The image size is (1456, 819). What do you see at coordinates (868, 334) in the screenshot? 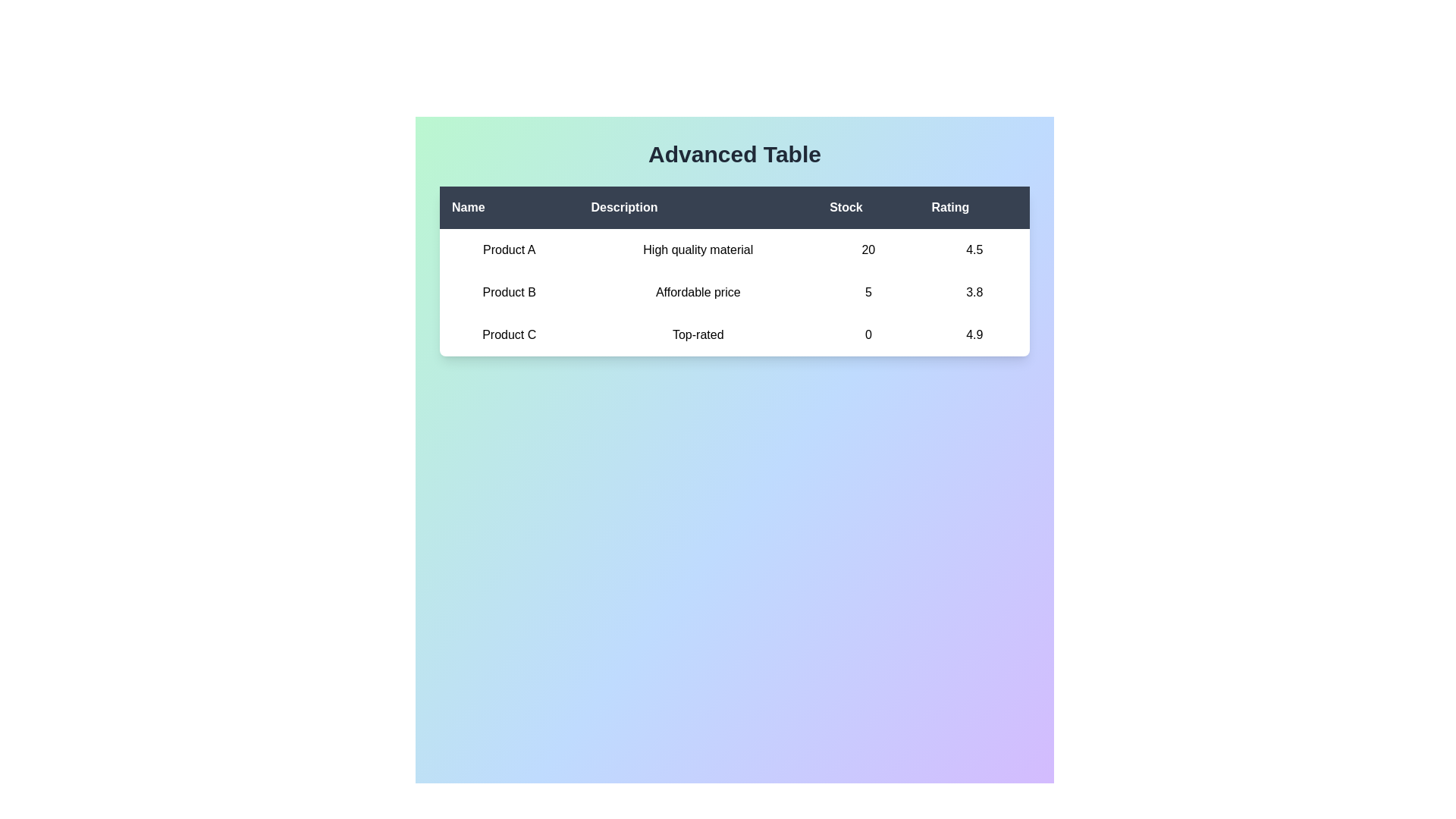
I see `stock quantity displayed in the Text label for 'Product C', which is located in the third row of the table under the 'Stock' column` at bounding box center [868, 334].